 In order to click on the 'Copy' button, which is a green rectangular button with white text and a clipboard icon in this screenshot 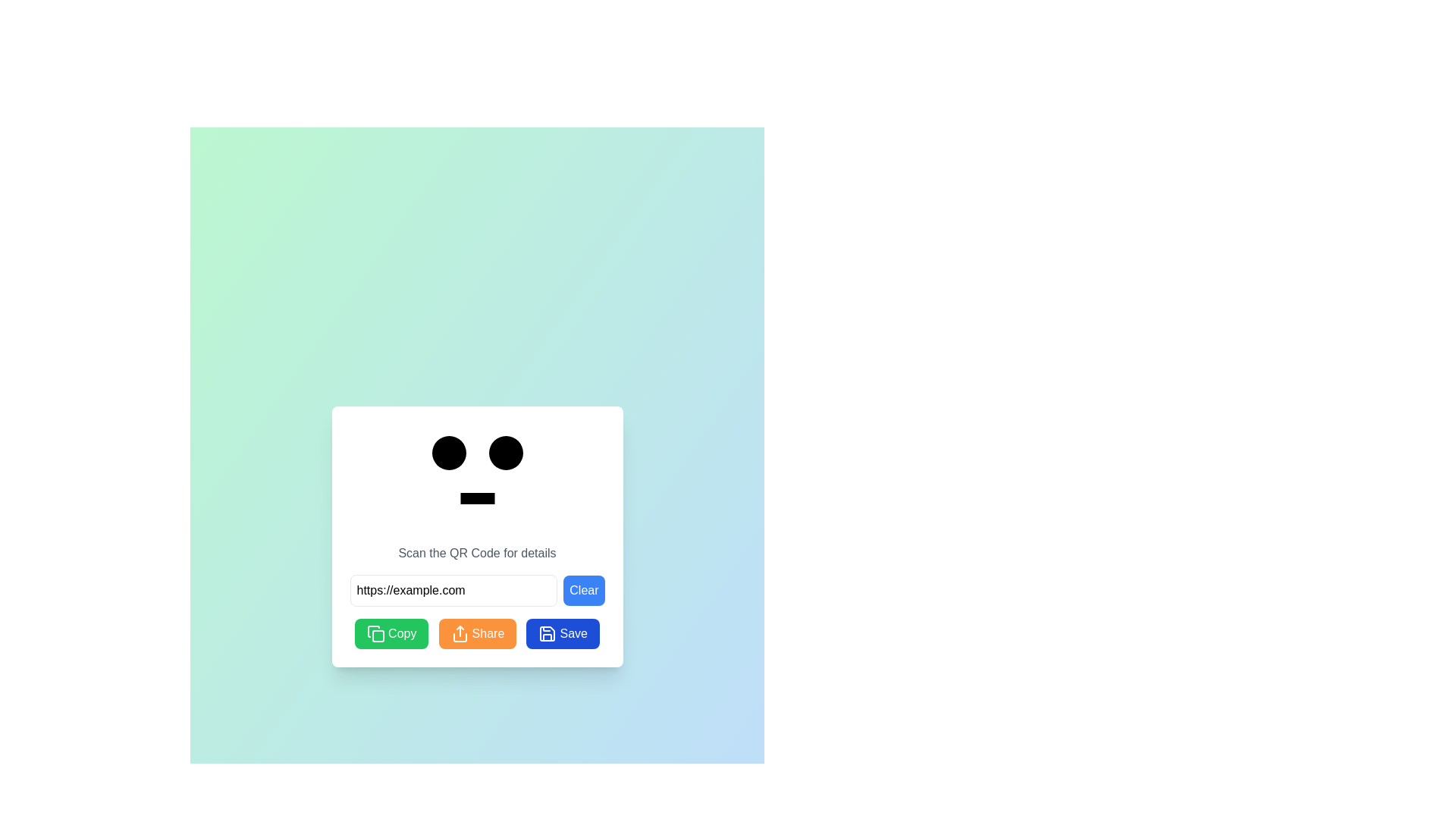, I will do `click(402, 634)`.